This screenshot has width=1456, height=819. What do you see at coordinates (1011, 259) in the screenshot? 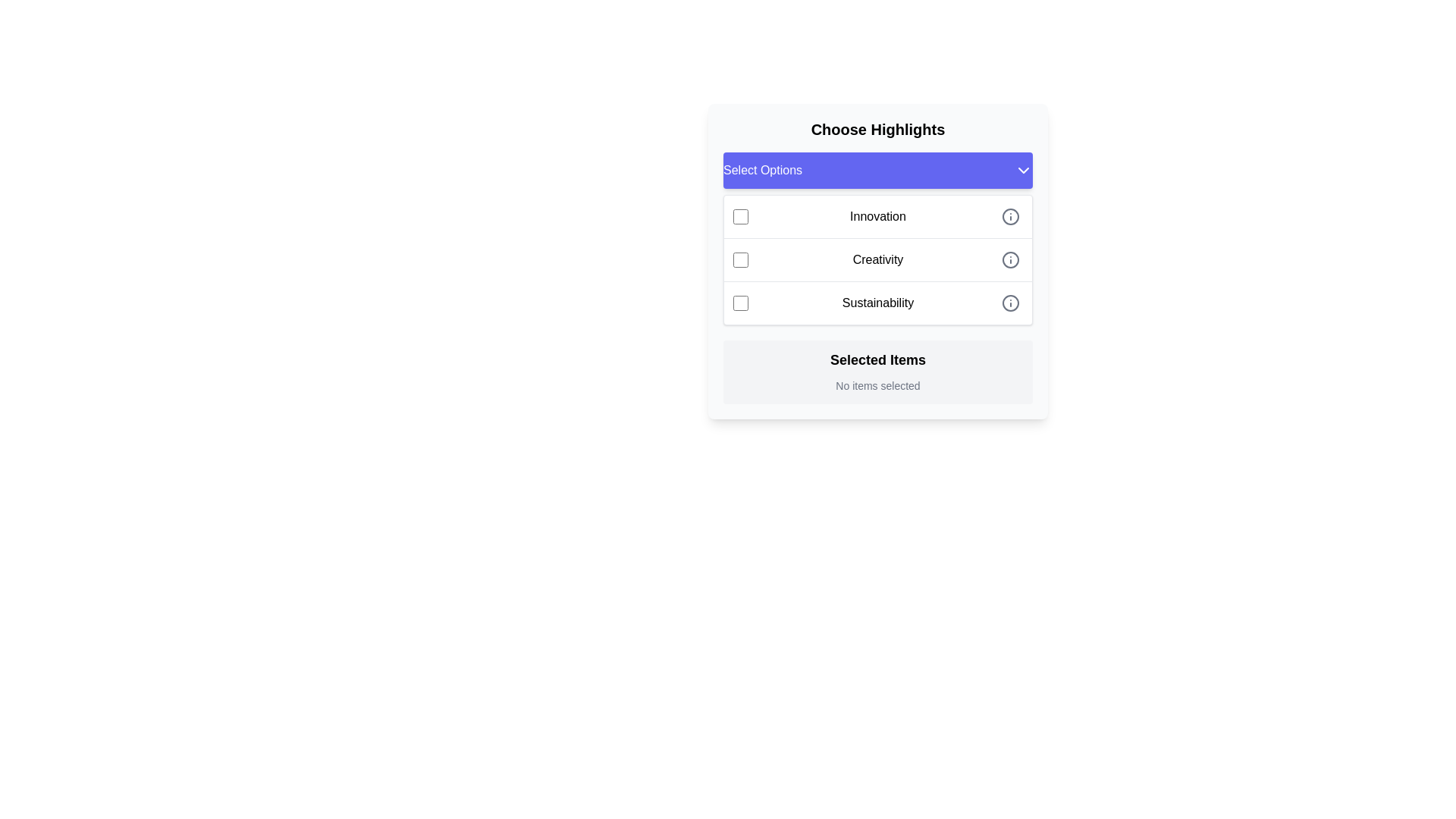
I see `the info button located to the far-right of the 'Creativity' row` at bounding box center [1011, 259].